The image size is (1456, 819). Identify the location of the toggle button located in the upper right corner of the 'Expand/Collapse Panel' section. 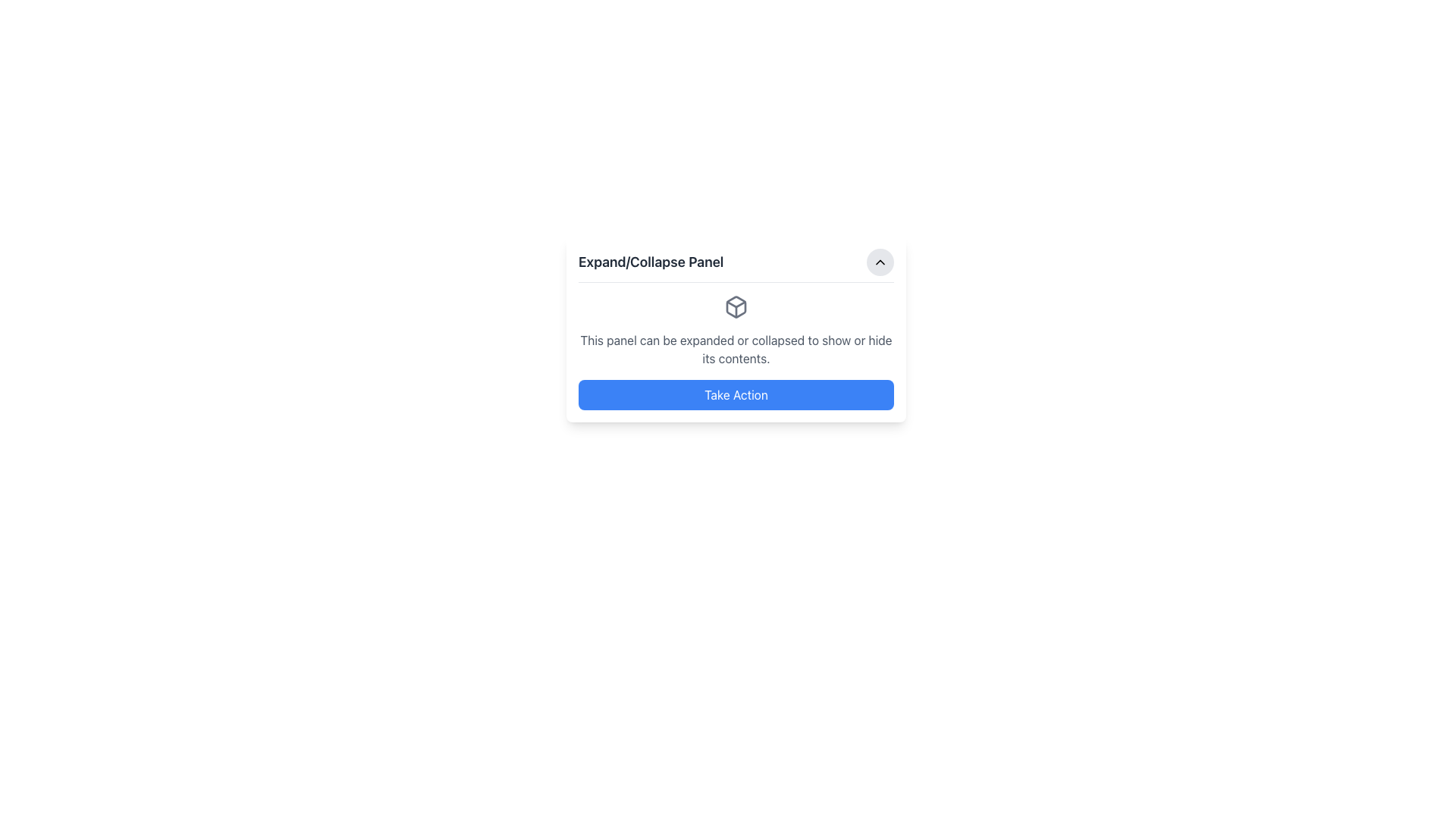
(880, 262).